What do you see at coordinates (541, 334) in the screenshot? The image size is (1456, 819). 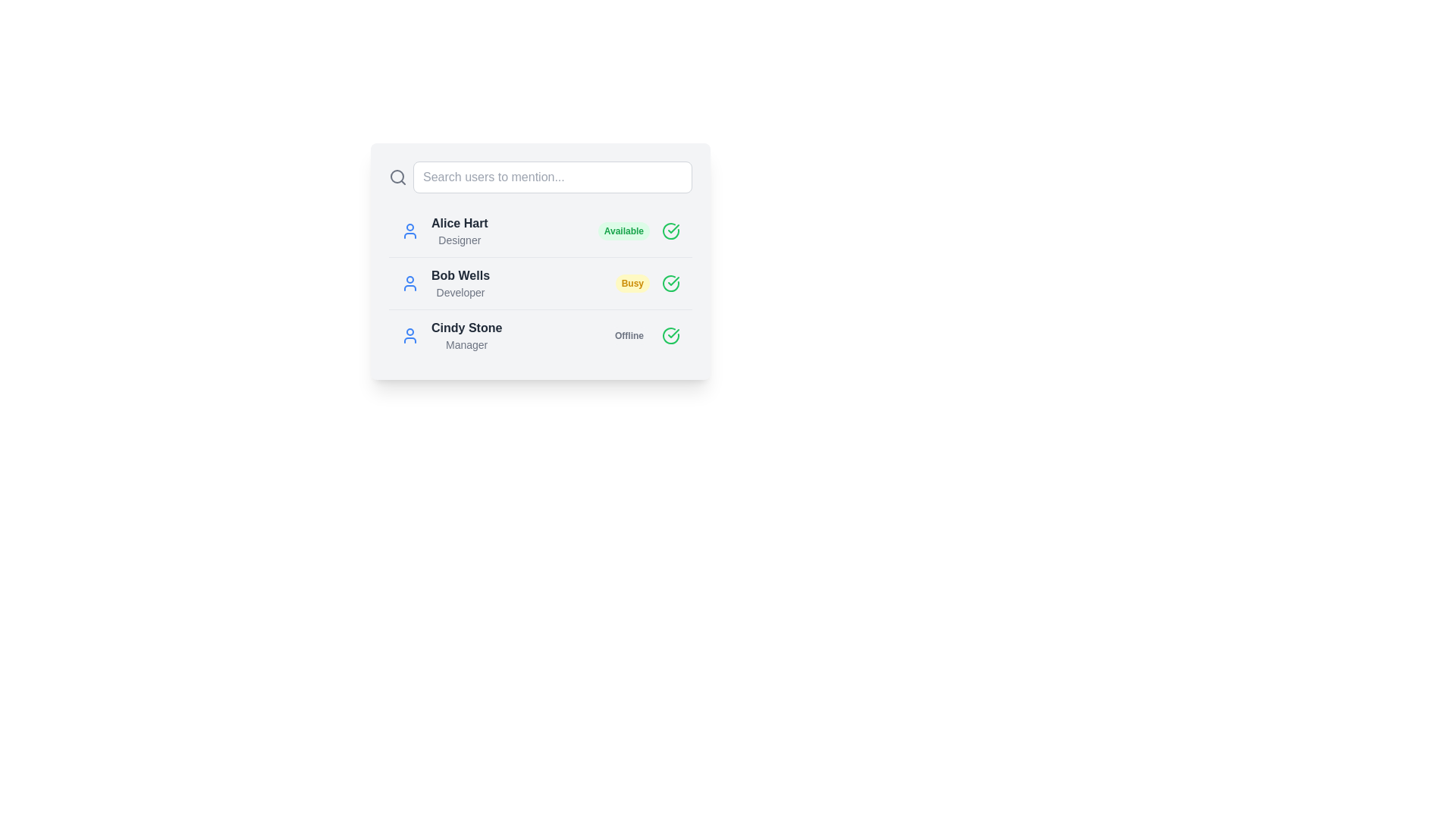 I see `the list item displaying 'Cindy Stone' in bold, which is the third item in the list and shows 'Manager' and 'Offline' on the right side` at bounding box center [541, 334].